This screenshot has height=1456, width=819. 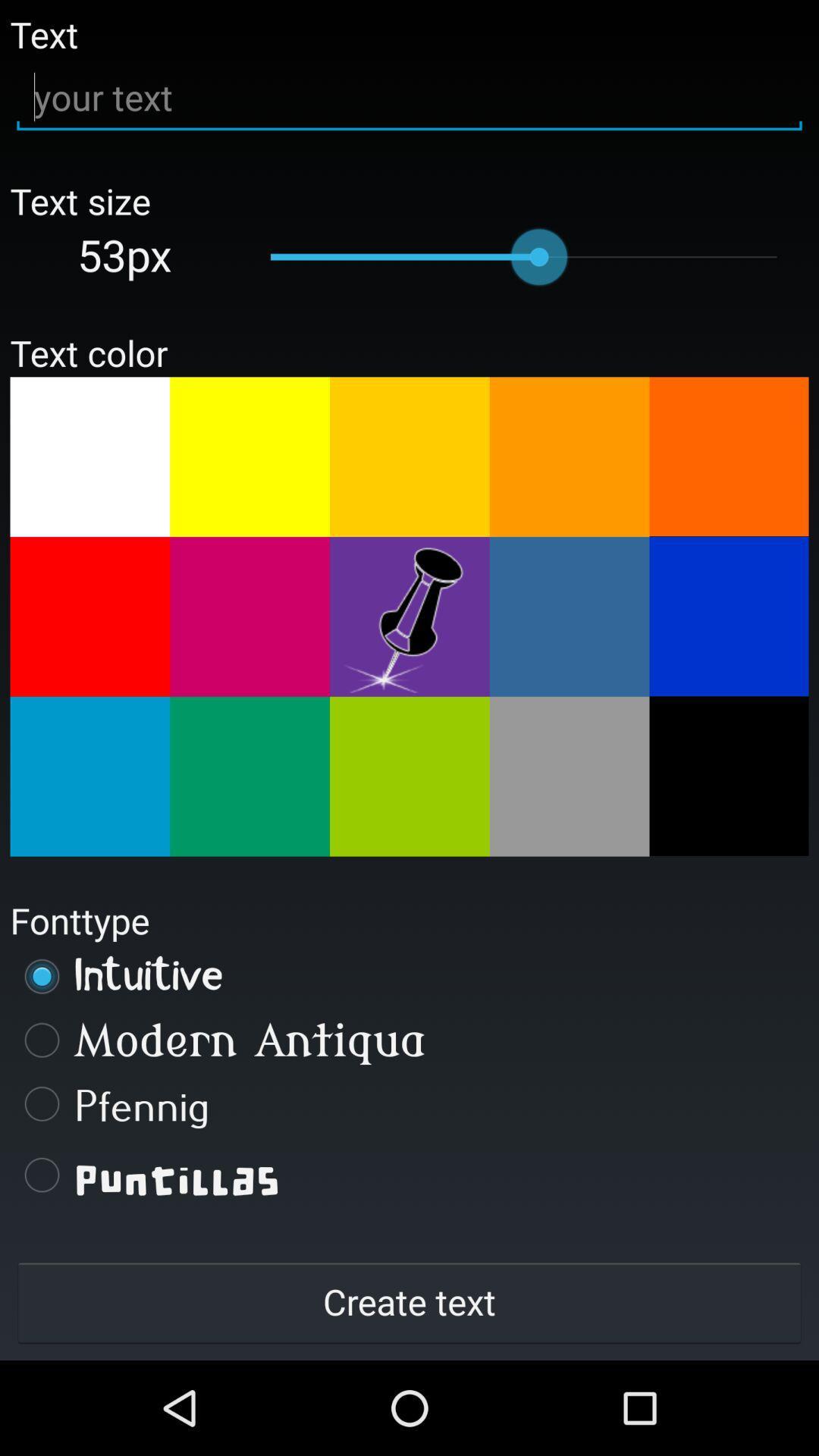 I want to click on the modern antiqua item, so click(x=409, y=1039).